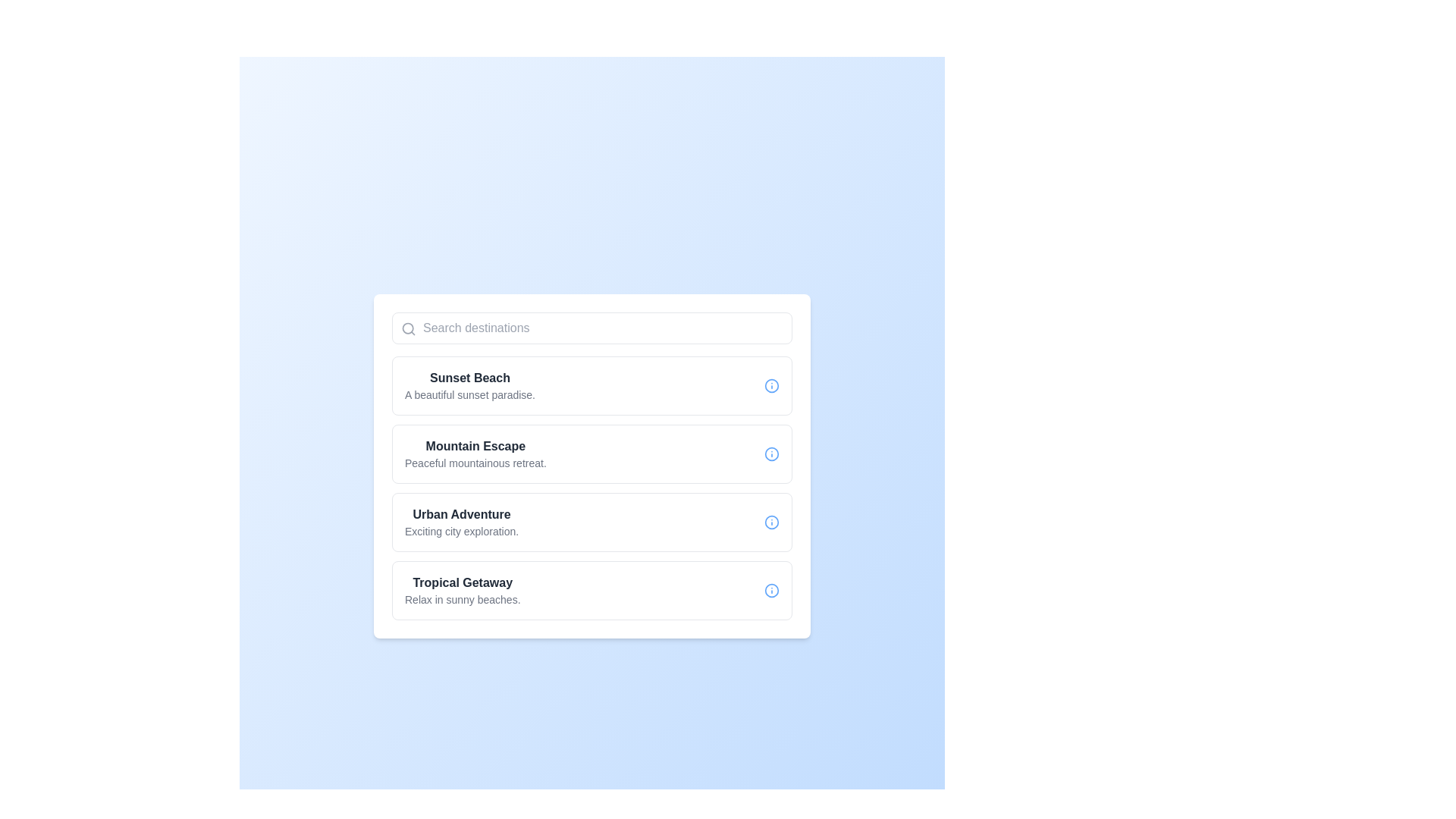 This screenshot has width=1456, height=819. I want to click on the text block that contains the bold, dark gray text 'Mountain Escape' and the smaller, light gray text 'Peaceful mountainous retreat.', which is the second item in a vertically arranged list, so click(475, 453).